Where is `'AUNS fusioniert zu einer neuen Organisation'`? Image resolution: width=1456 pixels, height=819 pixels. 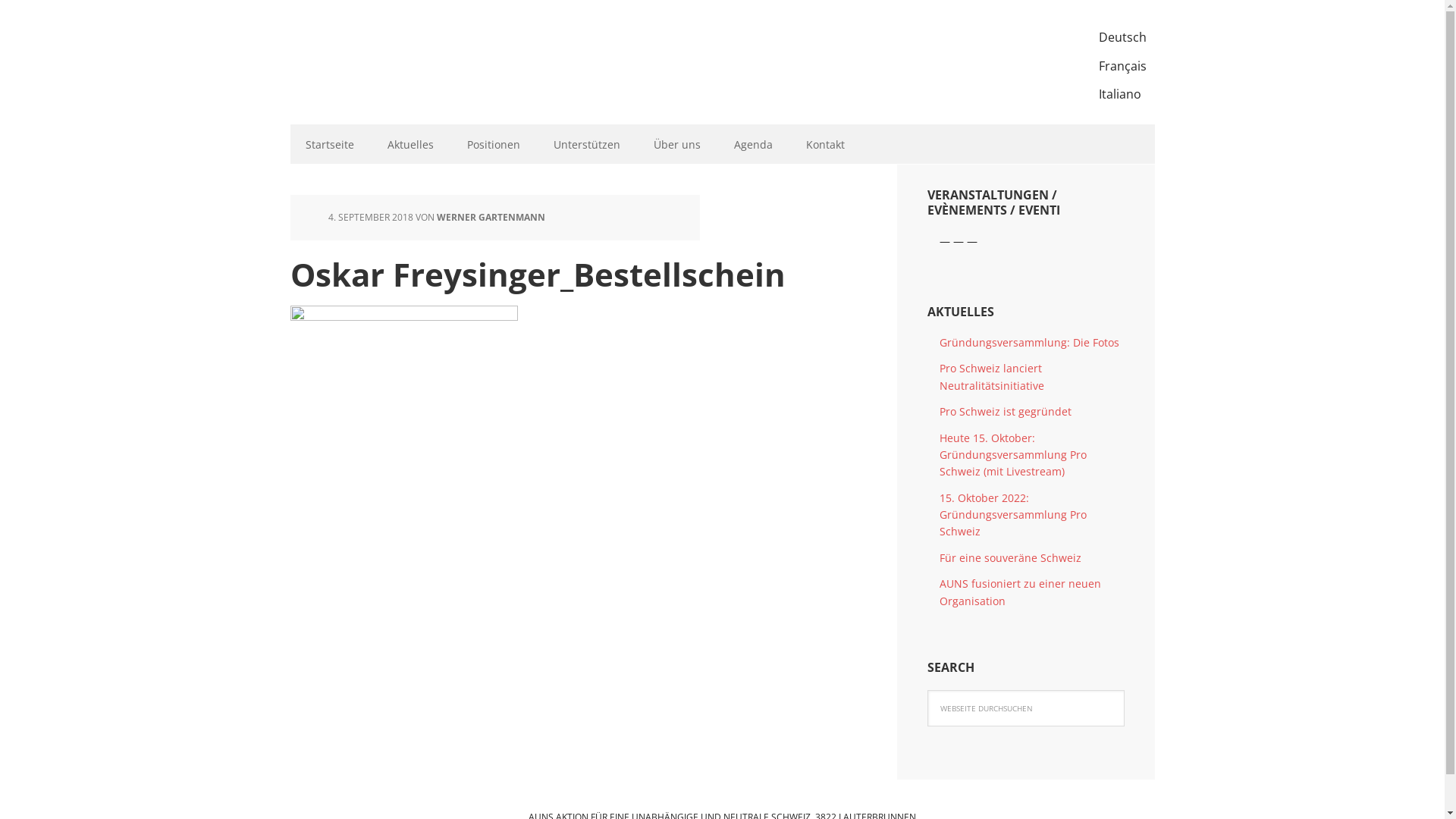
'AUNS fusioniert zu einer neuen Organisation' is located at coordinates (1019, 591).